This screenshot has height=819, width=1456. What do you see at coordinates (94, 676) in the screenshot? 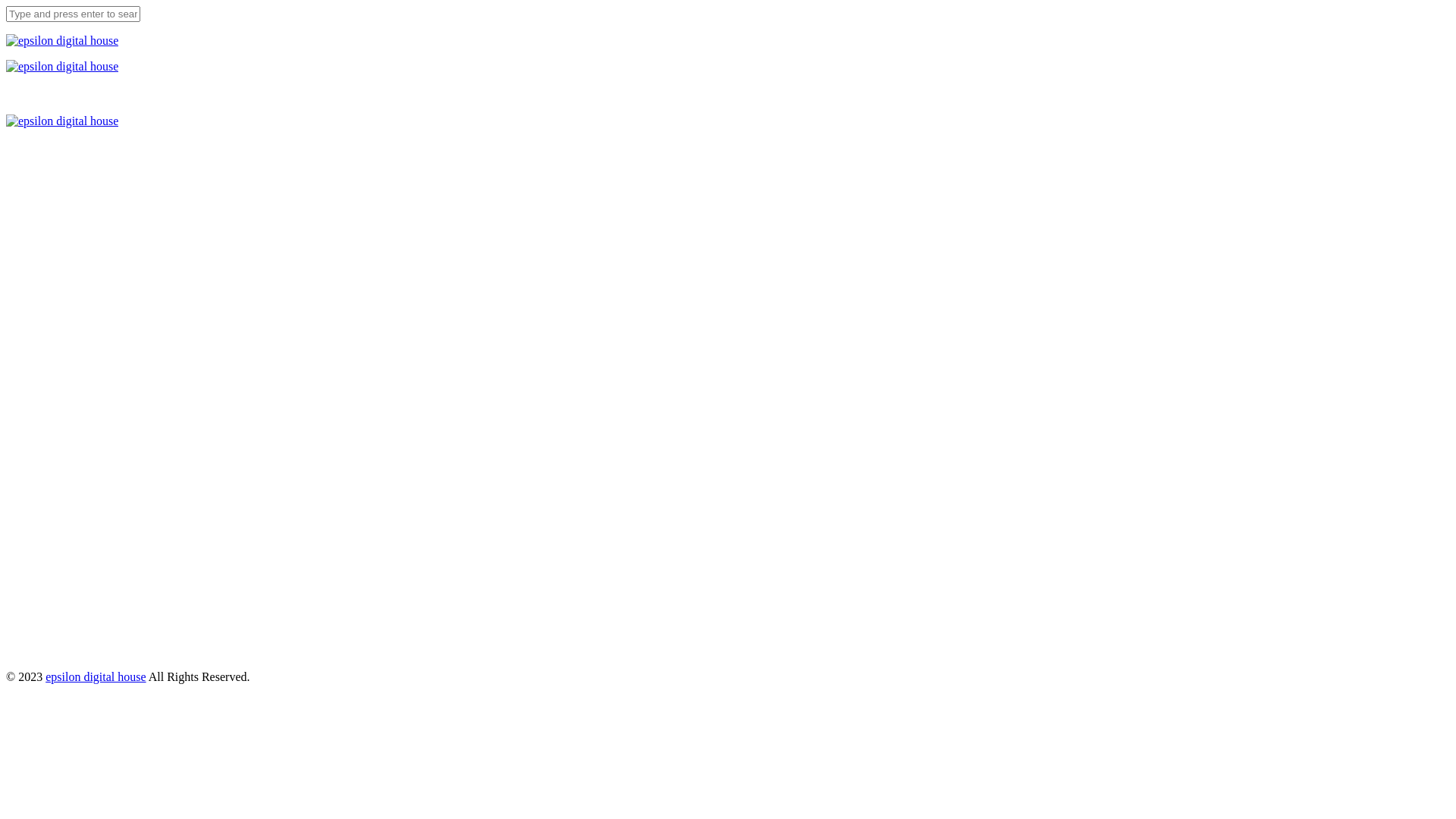
I see `'epsilon digital house'` at bounding box center [94, 676].